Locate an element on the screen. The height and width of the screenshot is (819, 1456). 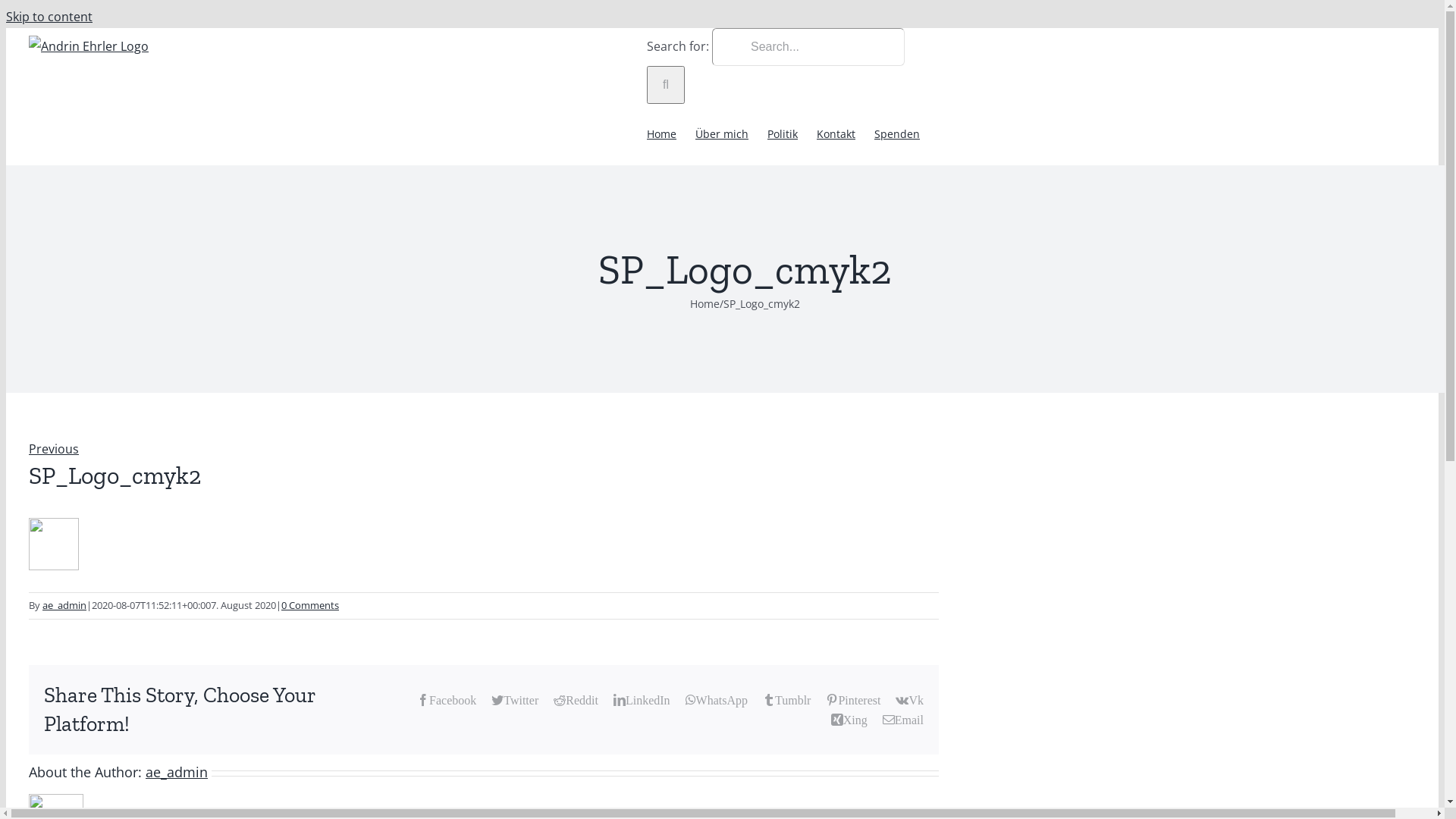
'Vk' is located at coordinates (909, 699).